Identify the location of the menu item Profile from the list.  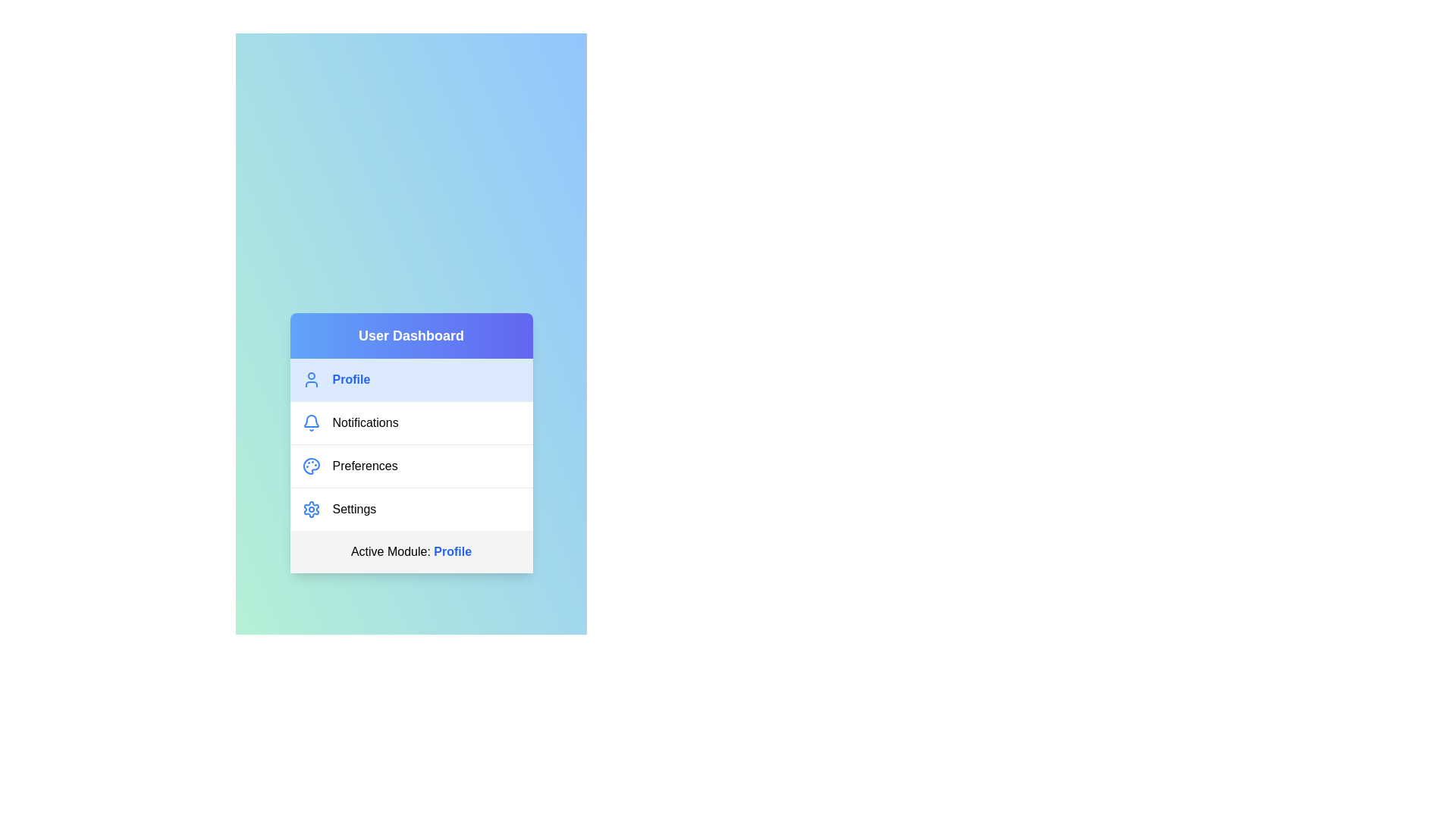
(411, 378).